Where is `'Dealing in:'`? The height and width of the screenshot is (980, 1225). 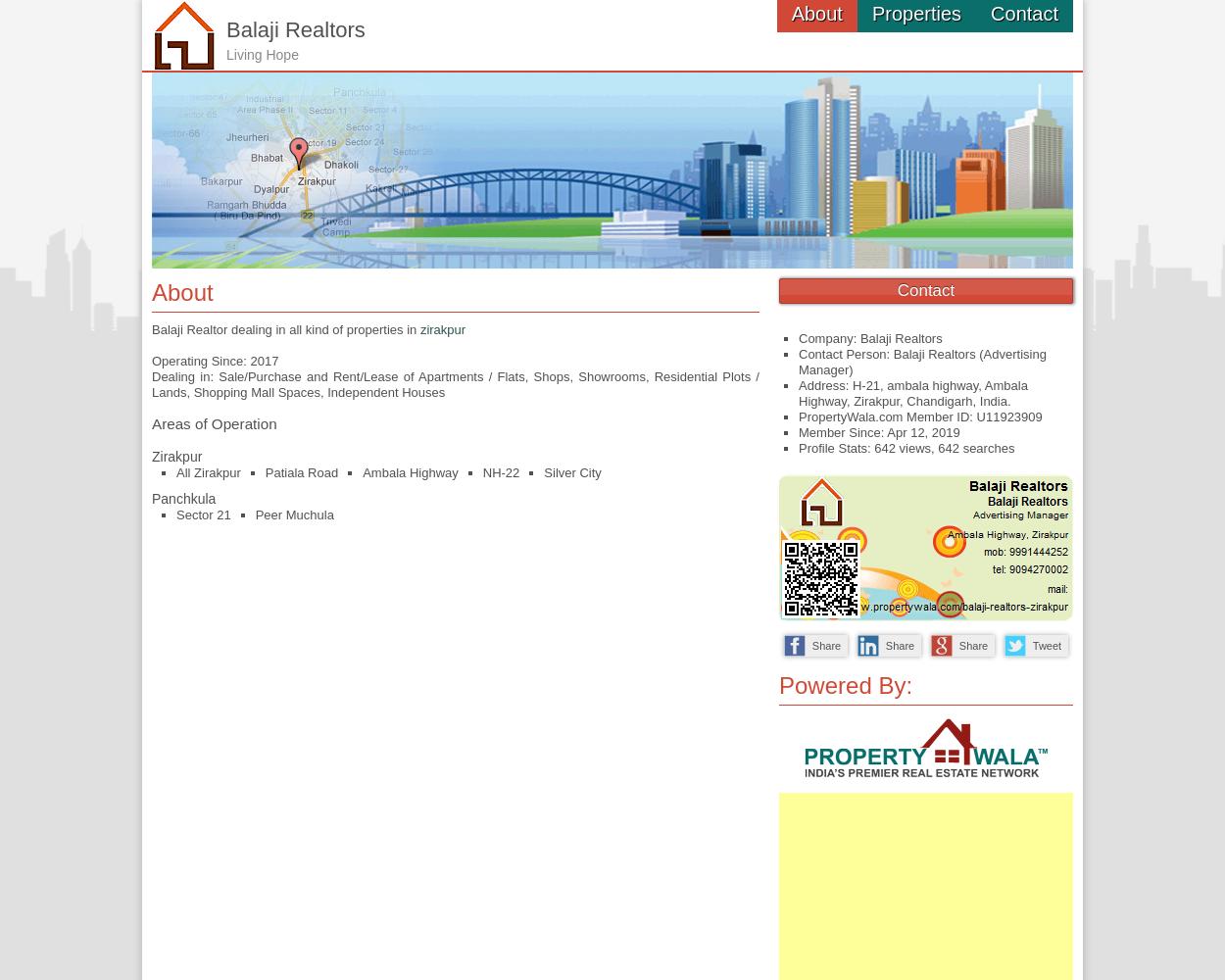 'Dealing in:' is located at coordinates (184, 375).